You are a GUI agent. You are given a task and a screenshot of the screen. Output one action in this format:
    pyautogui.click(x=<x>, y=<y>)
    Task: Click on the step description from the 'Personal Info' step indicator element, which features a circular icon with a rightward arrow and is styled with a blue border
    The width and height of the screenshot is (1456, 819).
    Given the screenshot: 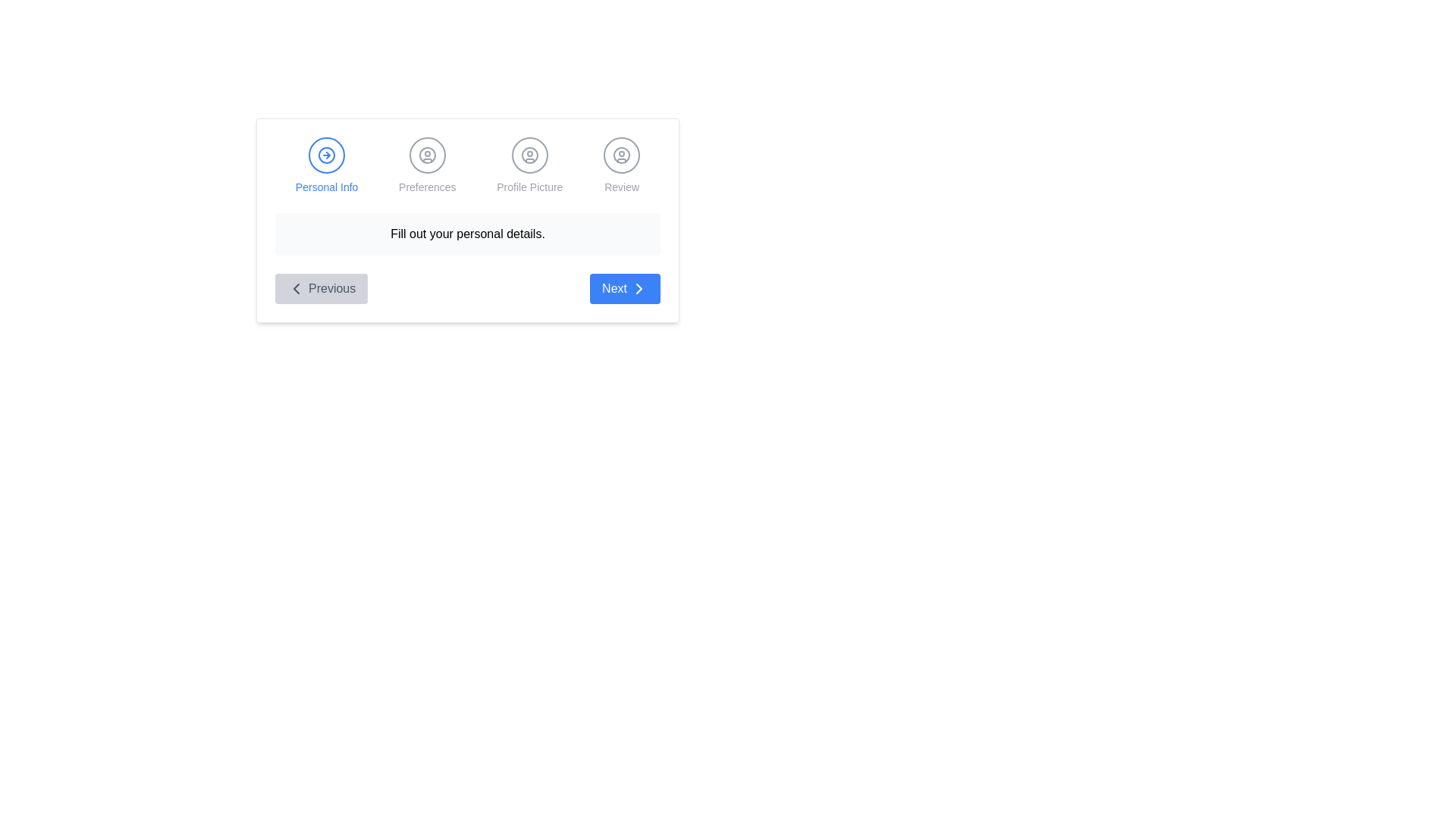 What is the action you would take?
    pyautogui.click(x=326, y=166)
    